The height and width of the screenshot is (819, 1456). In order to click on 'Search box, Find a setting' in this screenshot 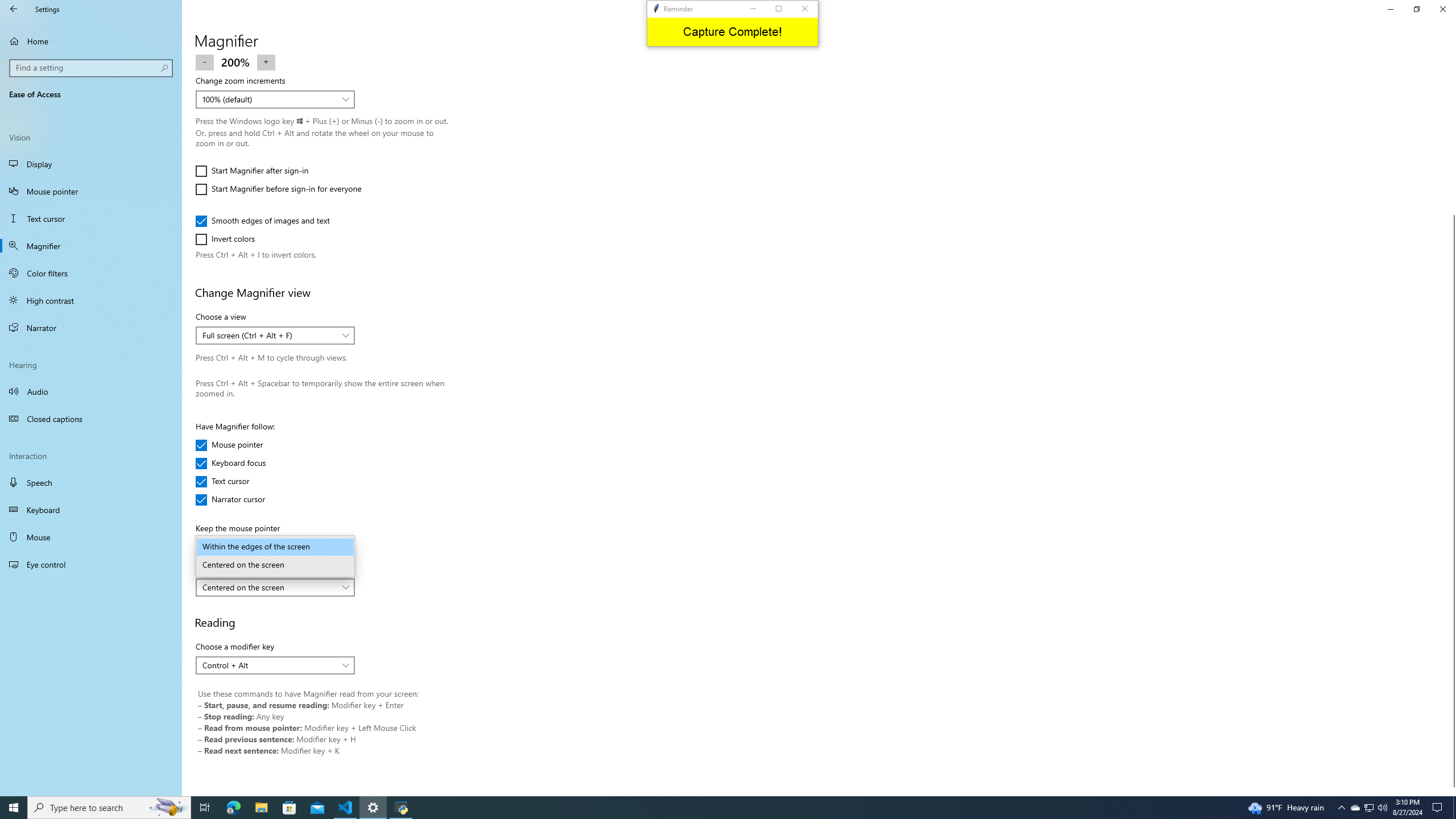, I will do `click(91, 67)`.